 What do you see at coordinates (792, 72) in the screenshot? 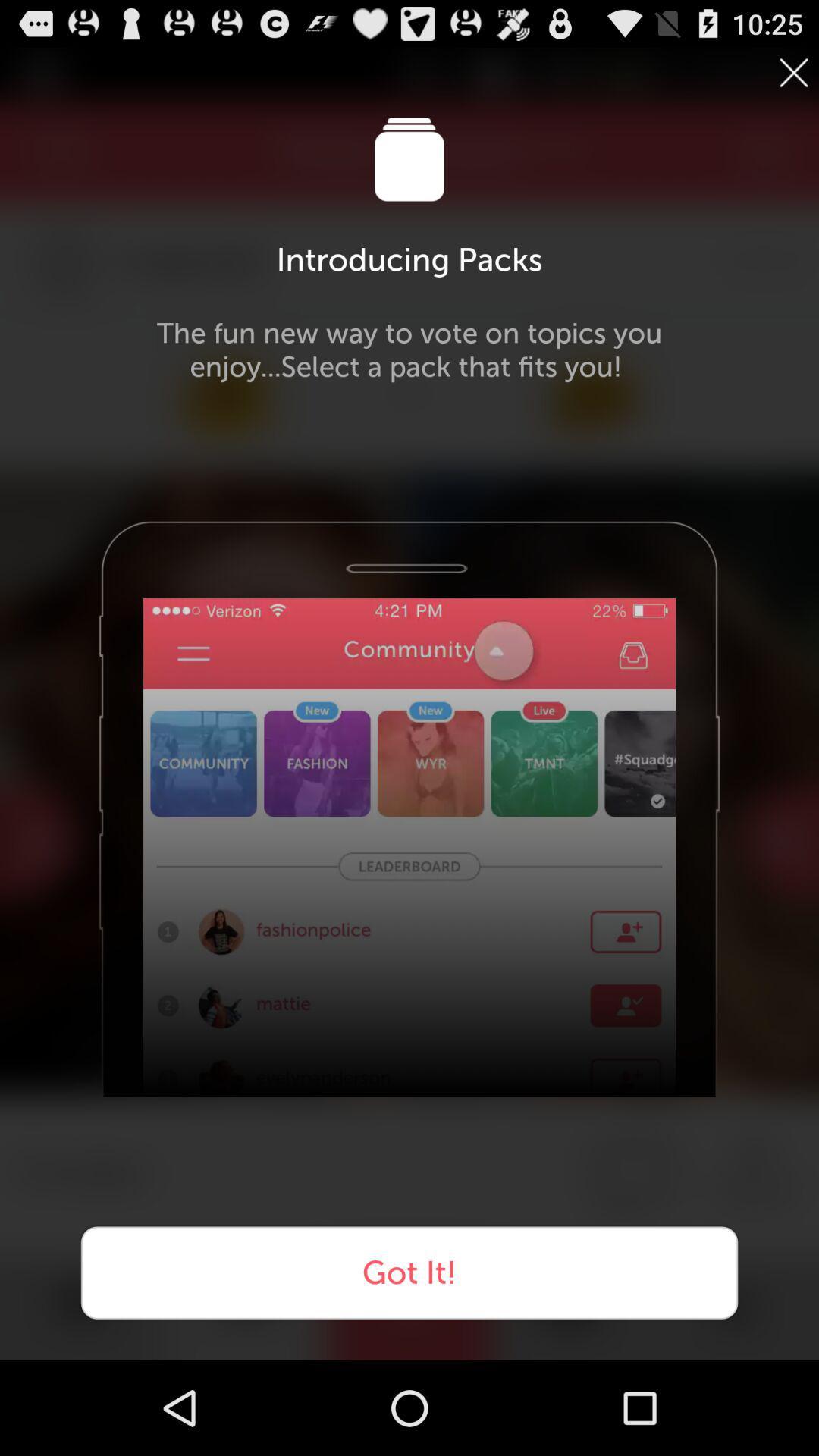
I see `advertisement for packs` at bounding box center [792, 72].